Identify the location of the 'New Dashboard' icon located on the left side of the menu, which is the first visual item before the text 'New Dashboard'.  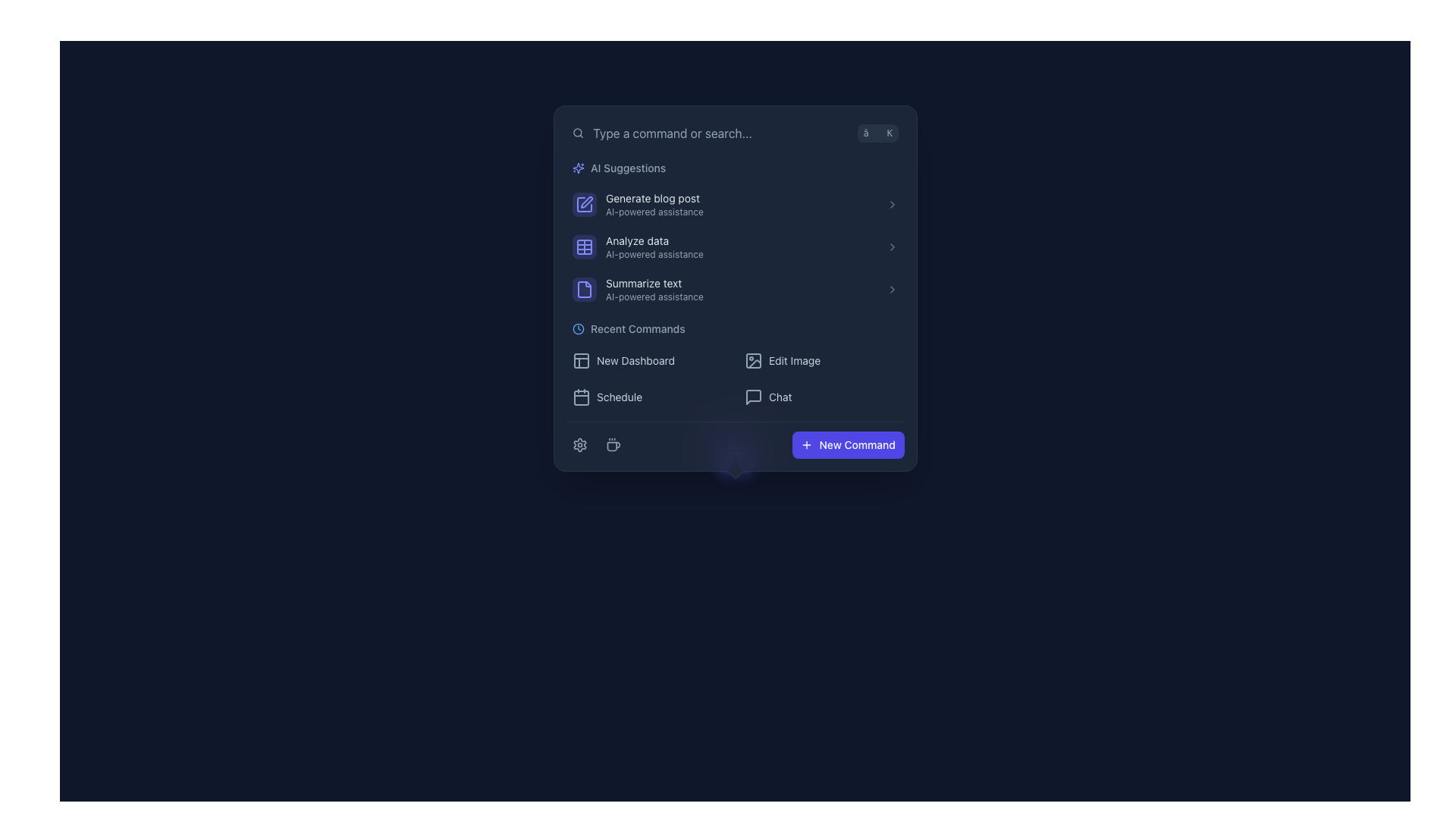
(580, 360).